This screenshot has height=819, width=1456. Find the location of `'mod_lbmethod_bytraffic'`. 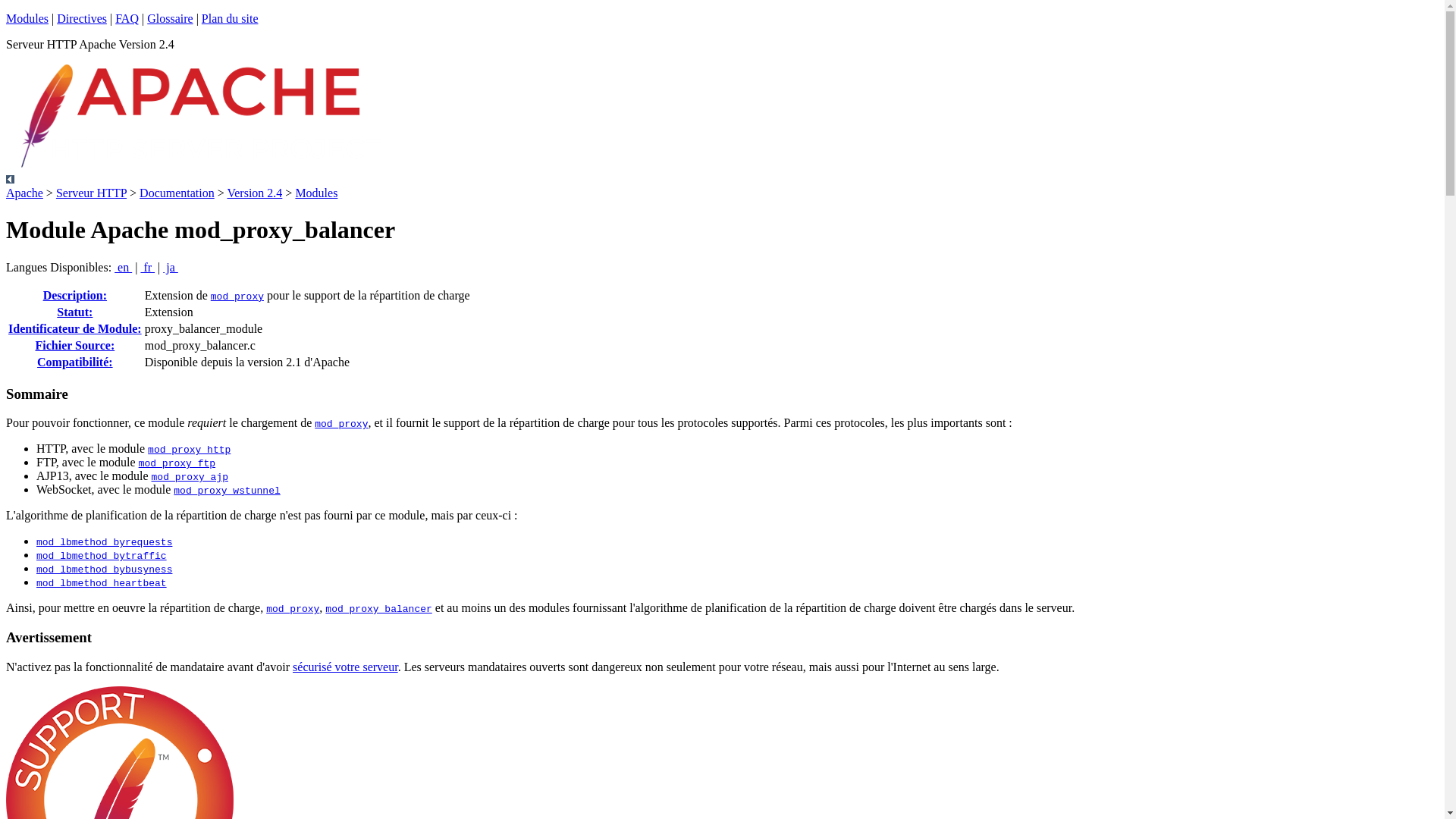

'mod_lbmethod_bytraffic' is located at coordinates (101, 556).